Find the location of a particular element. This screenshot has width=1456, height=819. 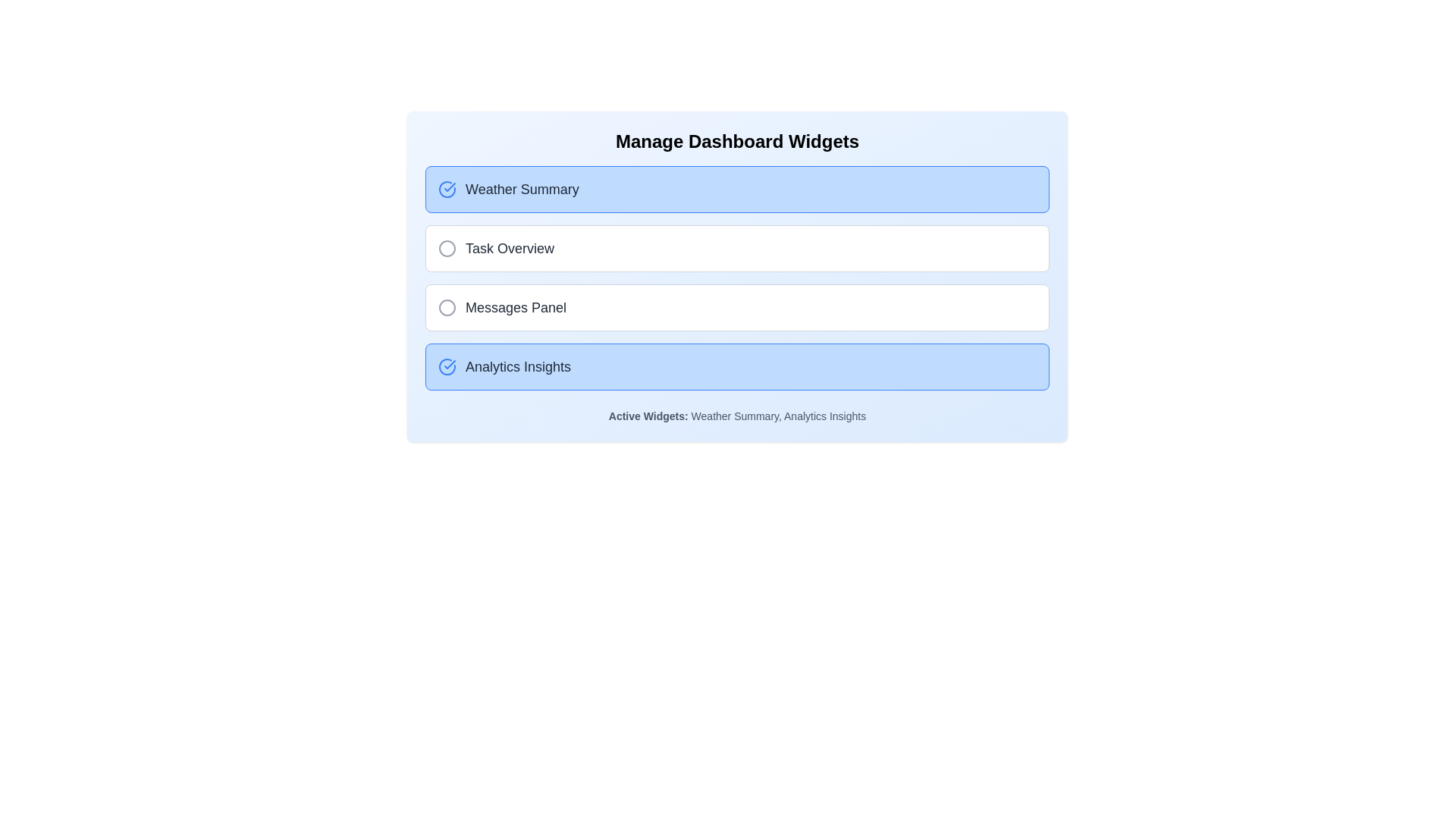

the SVG Circle Graphic adjacent to the 'Messages Panel' label to indicate selection or activity is located at coordinates (447, 307).